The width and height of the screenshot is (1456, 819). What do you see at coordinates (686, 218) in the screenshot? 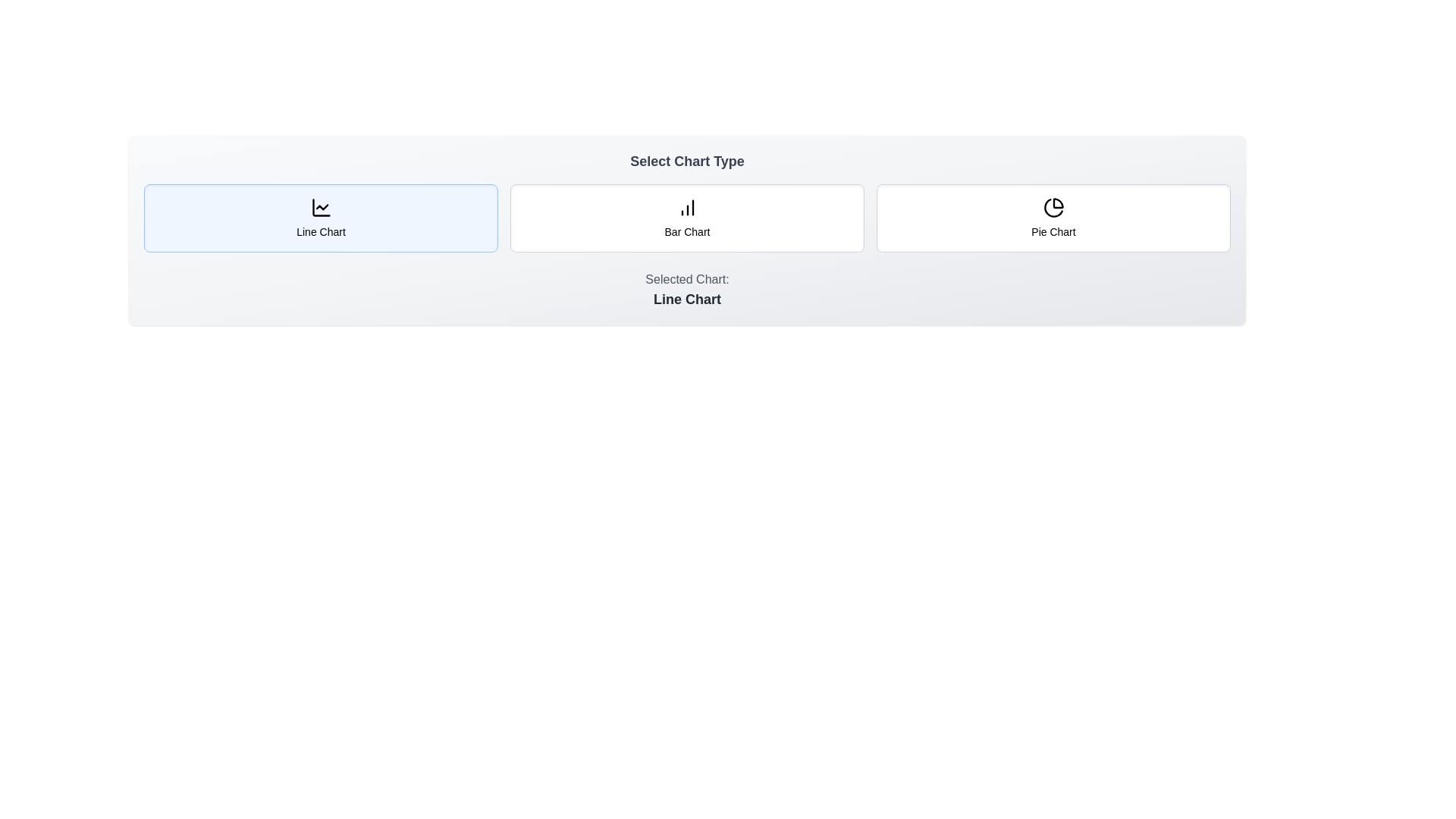
I see `the chart type Bar Chart by clicking on its corresponding button` at bounding box center [686, 218].